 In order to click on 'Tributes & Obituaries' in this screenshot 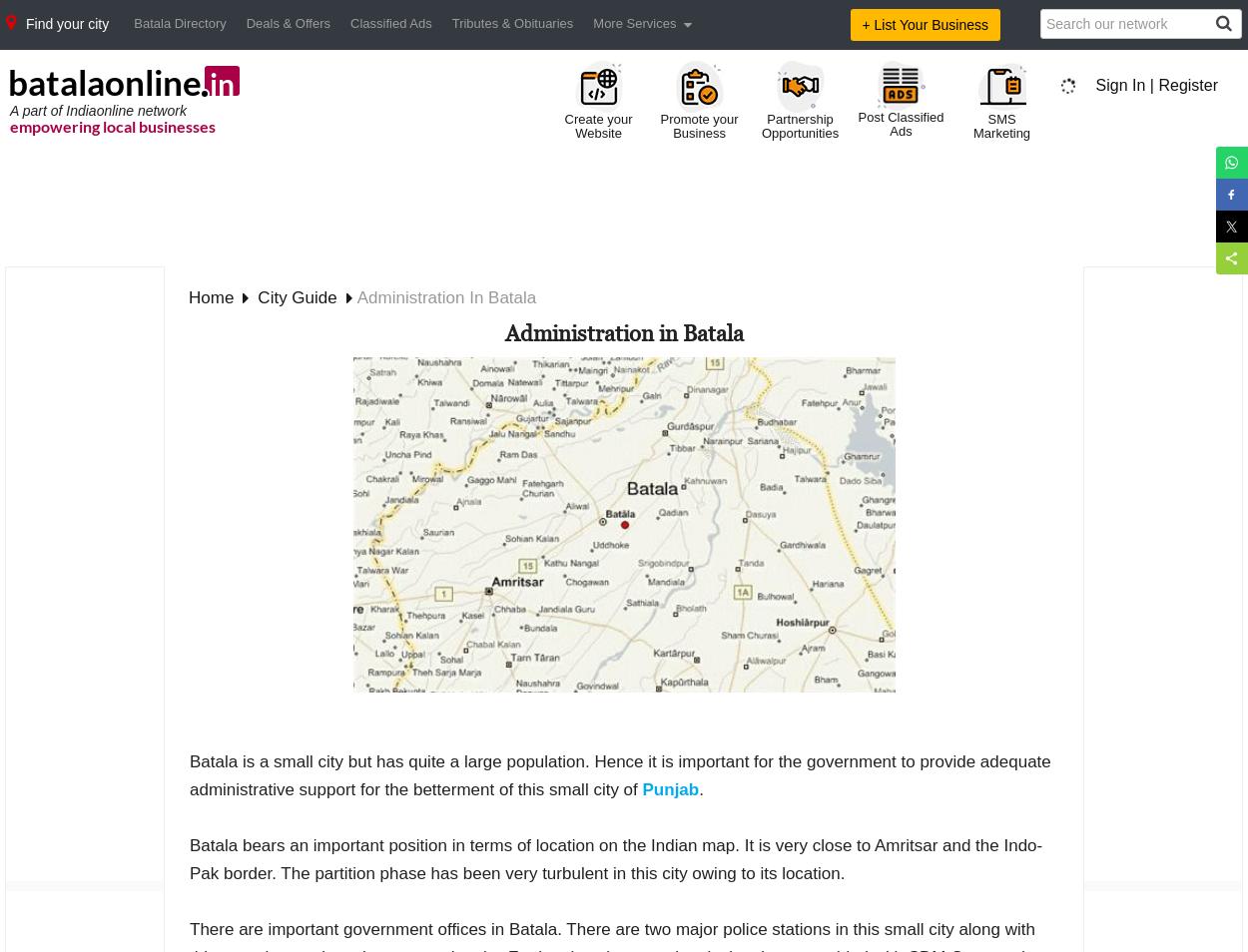, I will do `click(512, 22)`.